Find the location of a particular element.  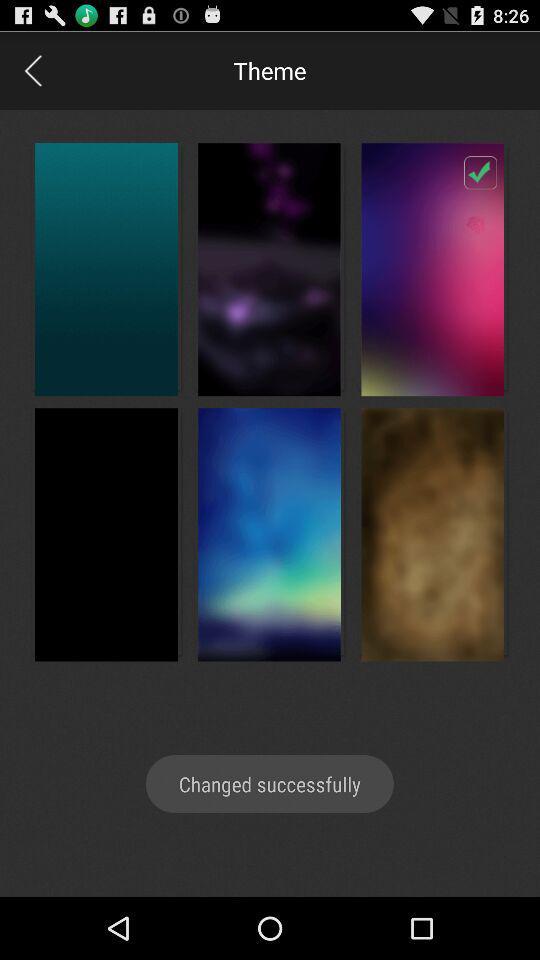

go back is located at coordinates (31, 70).